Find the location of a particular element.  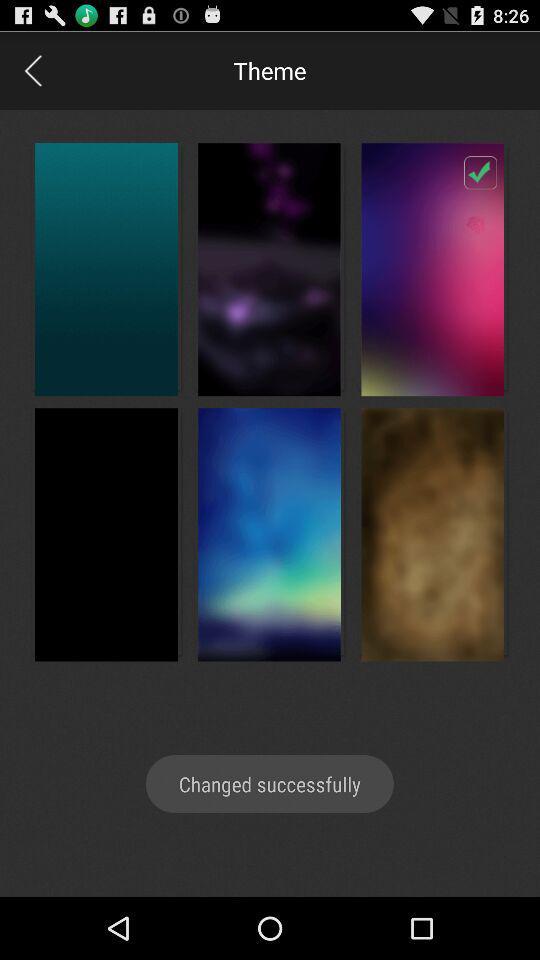

go back is located at coordinates (31, 70).